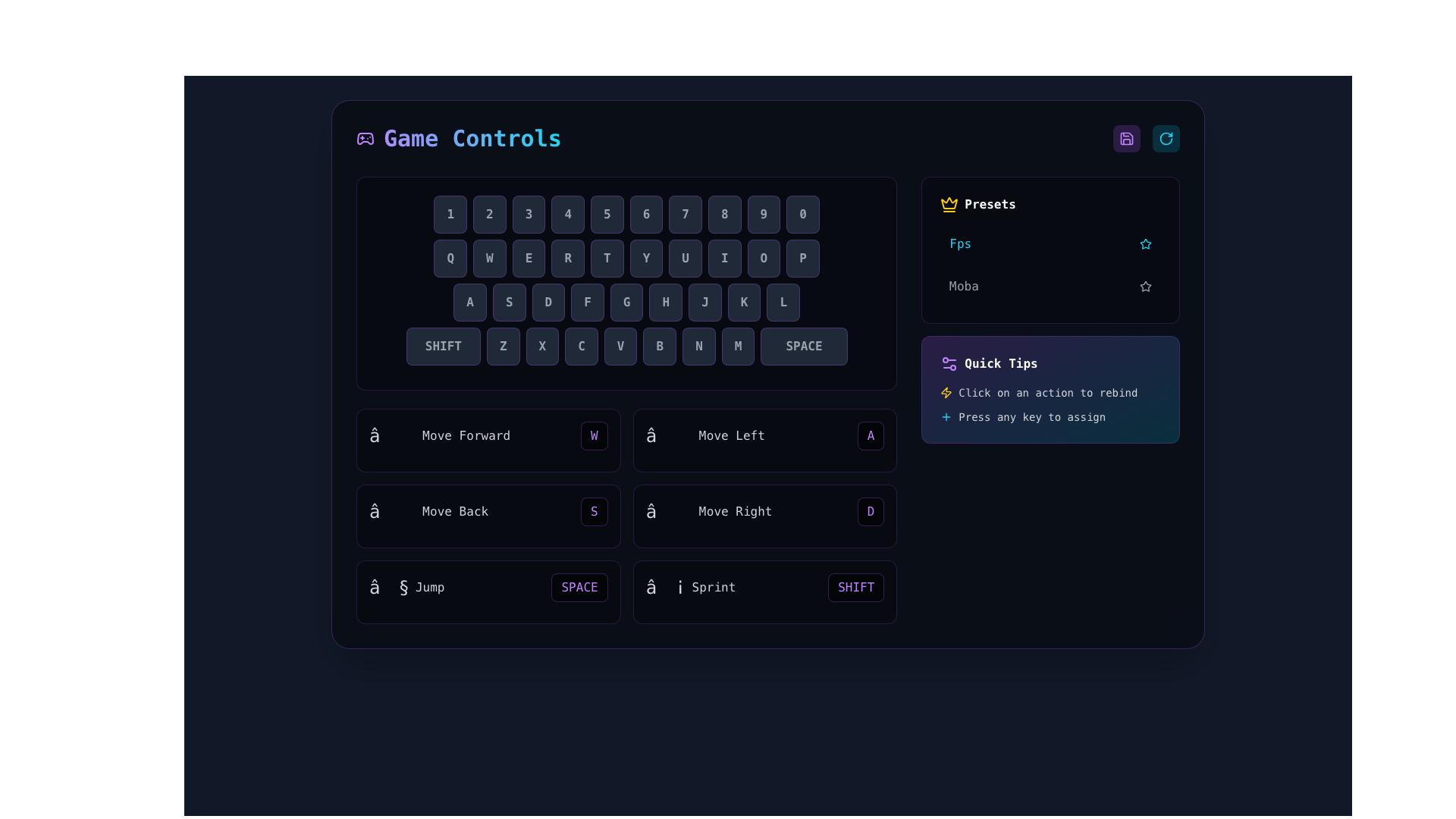  I want to click on the button representing the letter 'K', so click(744, 302).